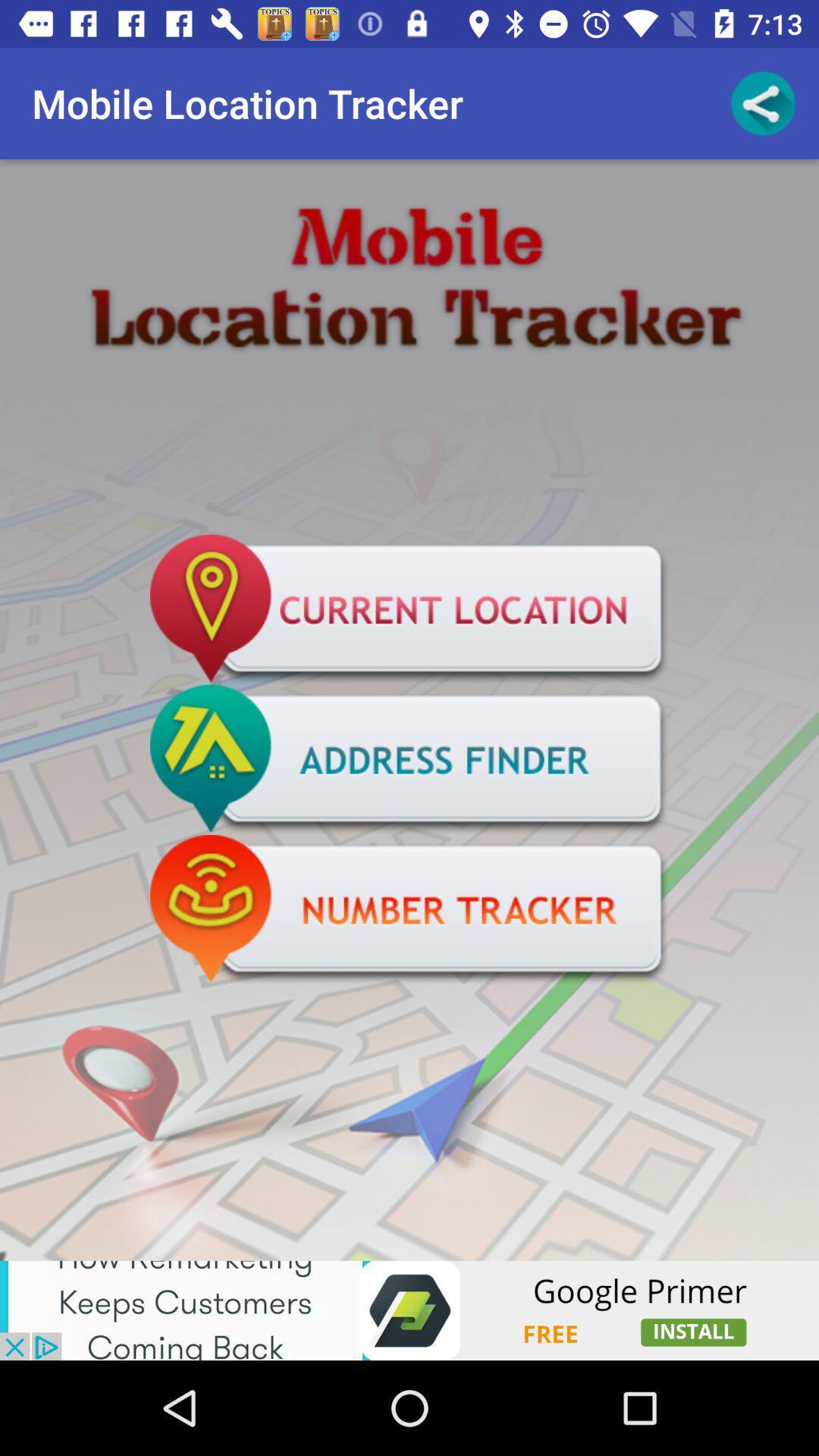 This screenshot has height=1456, width=819. Describe the element at coordinates (409, 1310) in the screenshot. I see `advertisement` at that location.